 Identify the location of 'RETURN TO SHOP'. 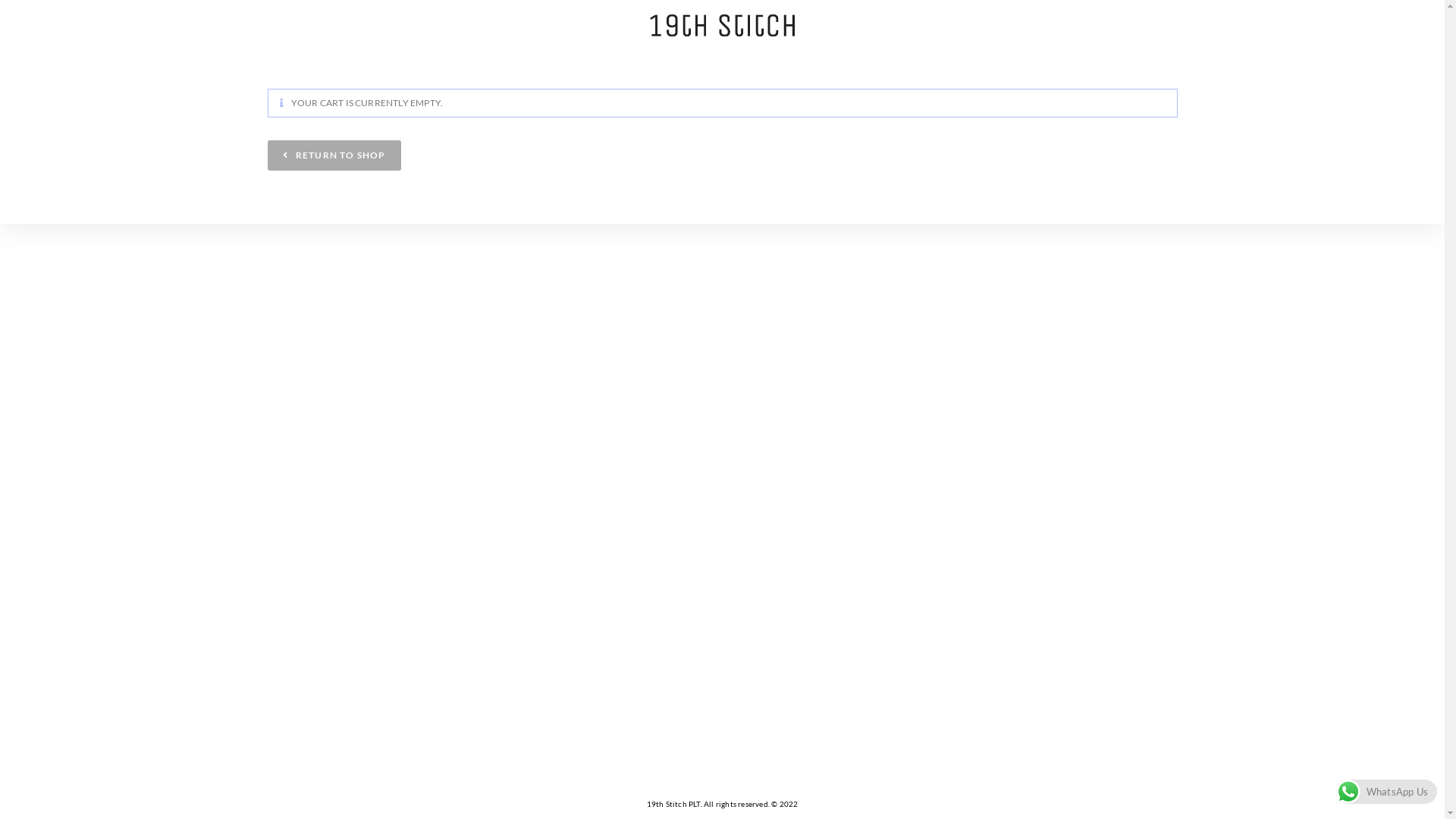
(333, 155).